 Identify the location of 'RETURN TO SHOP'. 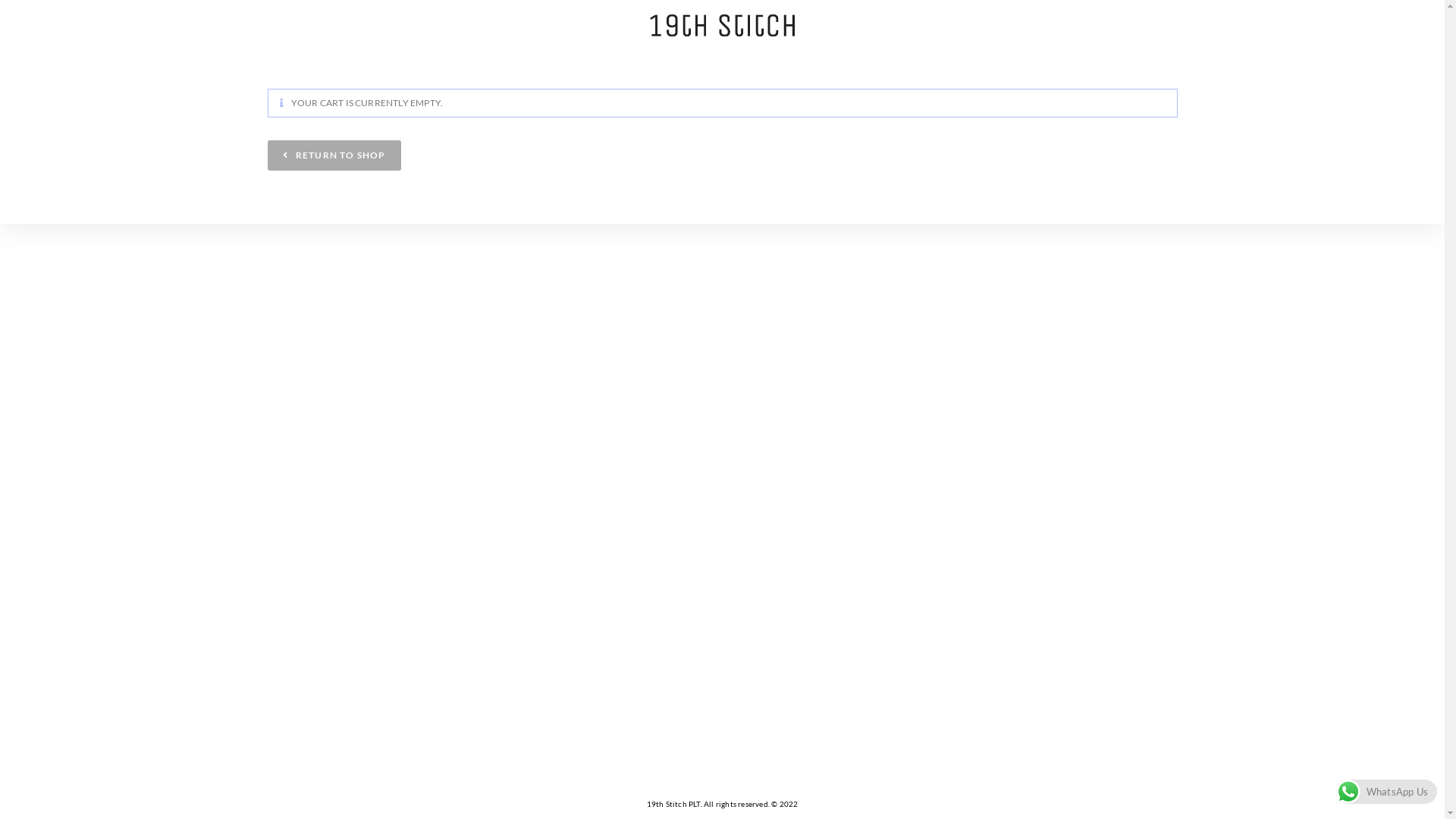
(333, 155).